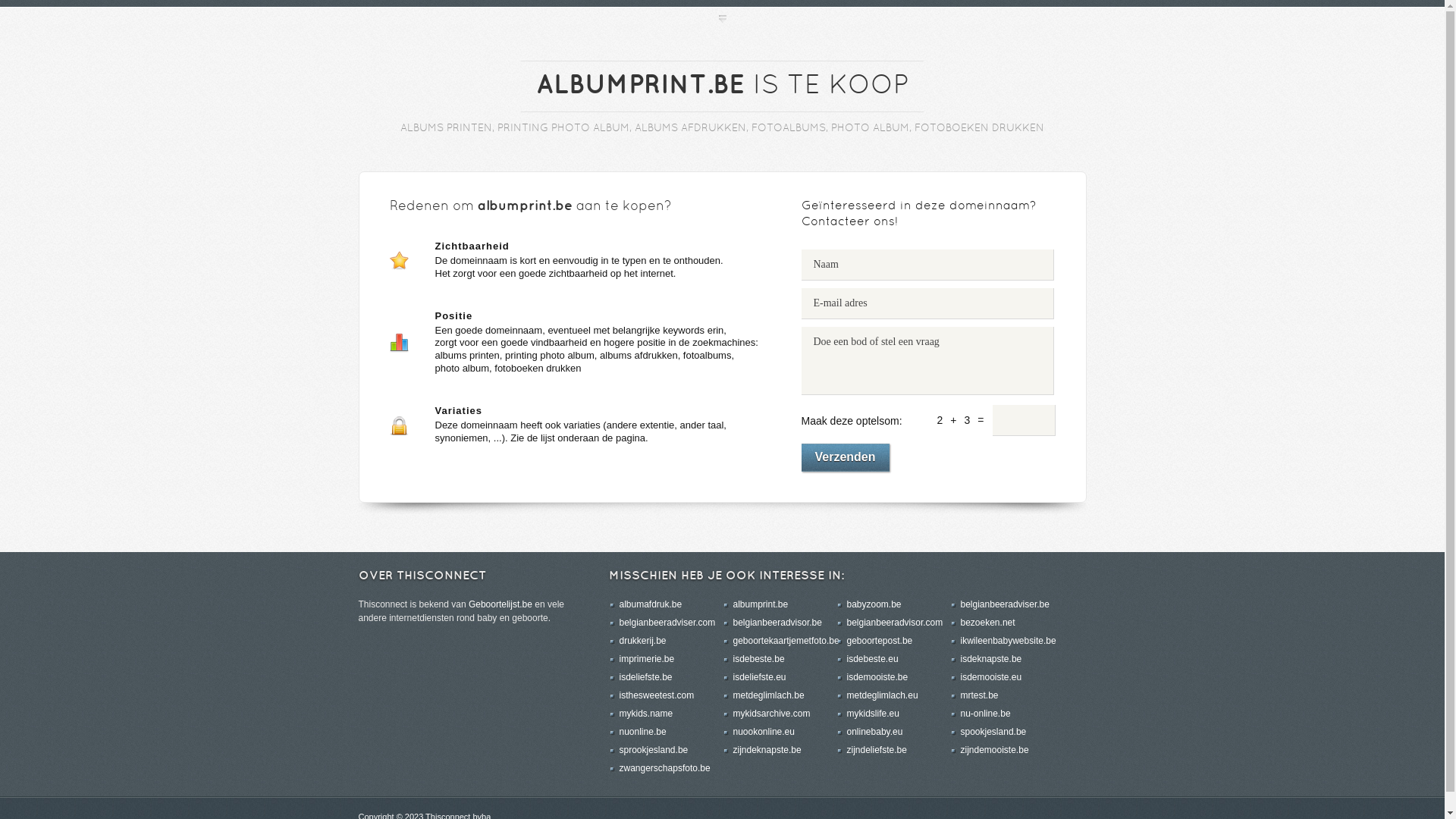  Describe the element at coordinates (771, 714) in the screenshot. I see `'mykidsarchive.com'` at that location.